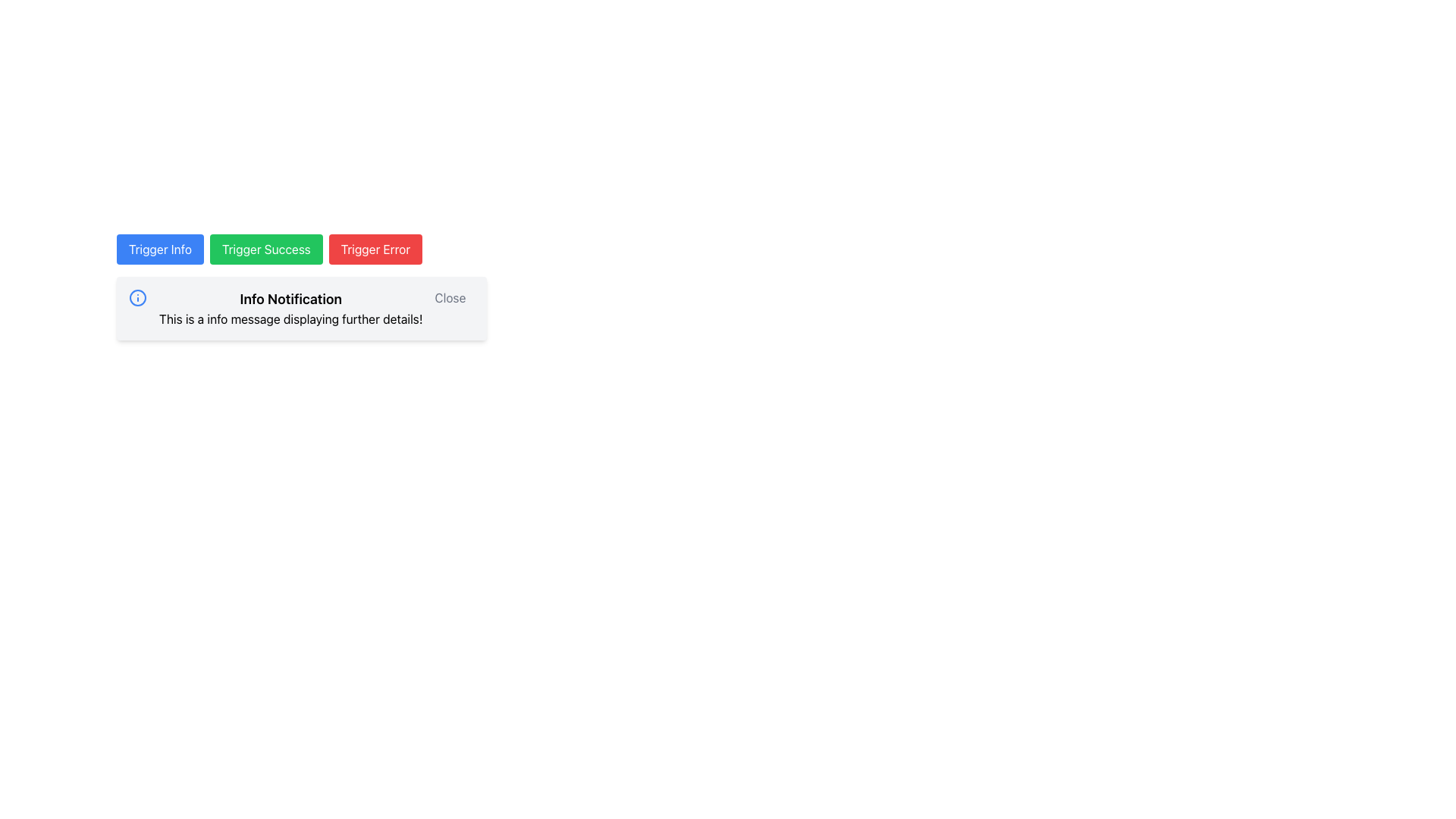 The height and width of the screenshot is (819, 1456). What do you see at coordinates (290, 299) in the screenshot?
I see `the 'Info Notification' text display element, which is a bold and larger-sized heading at the top of the notification block` at bounding box center [290, 299].